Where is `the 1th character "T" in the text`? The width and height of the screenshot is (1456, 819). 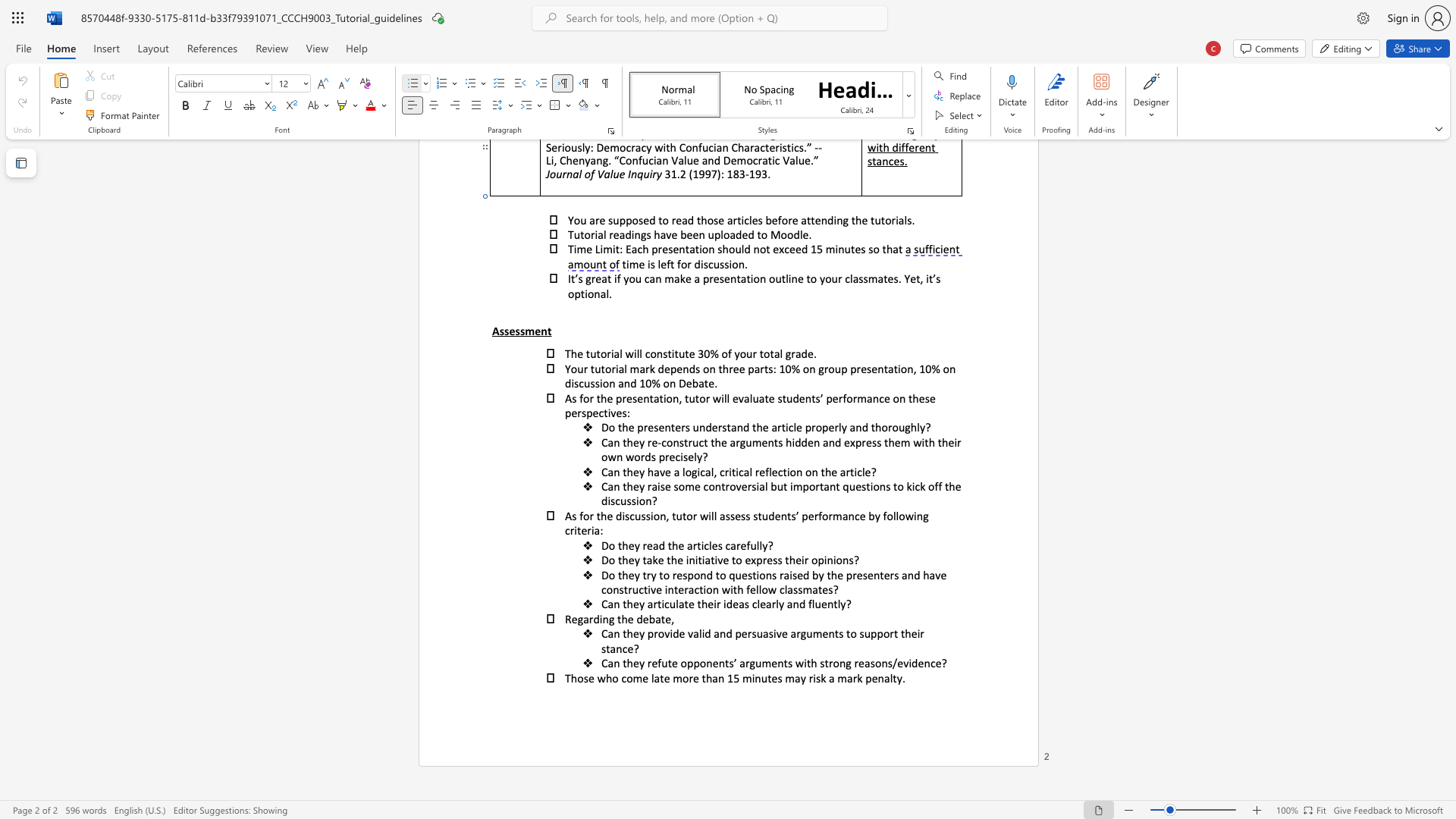
the 1th character "T" in the text is located at coordinates (566, 677).